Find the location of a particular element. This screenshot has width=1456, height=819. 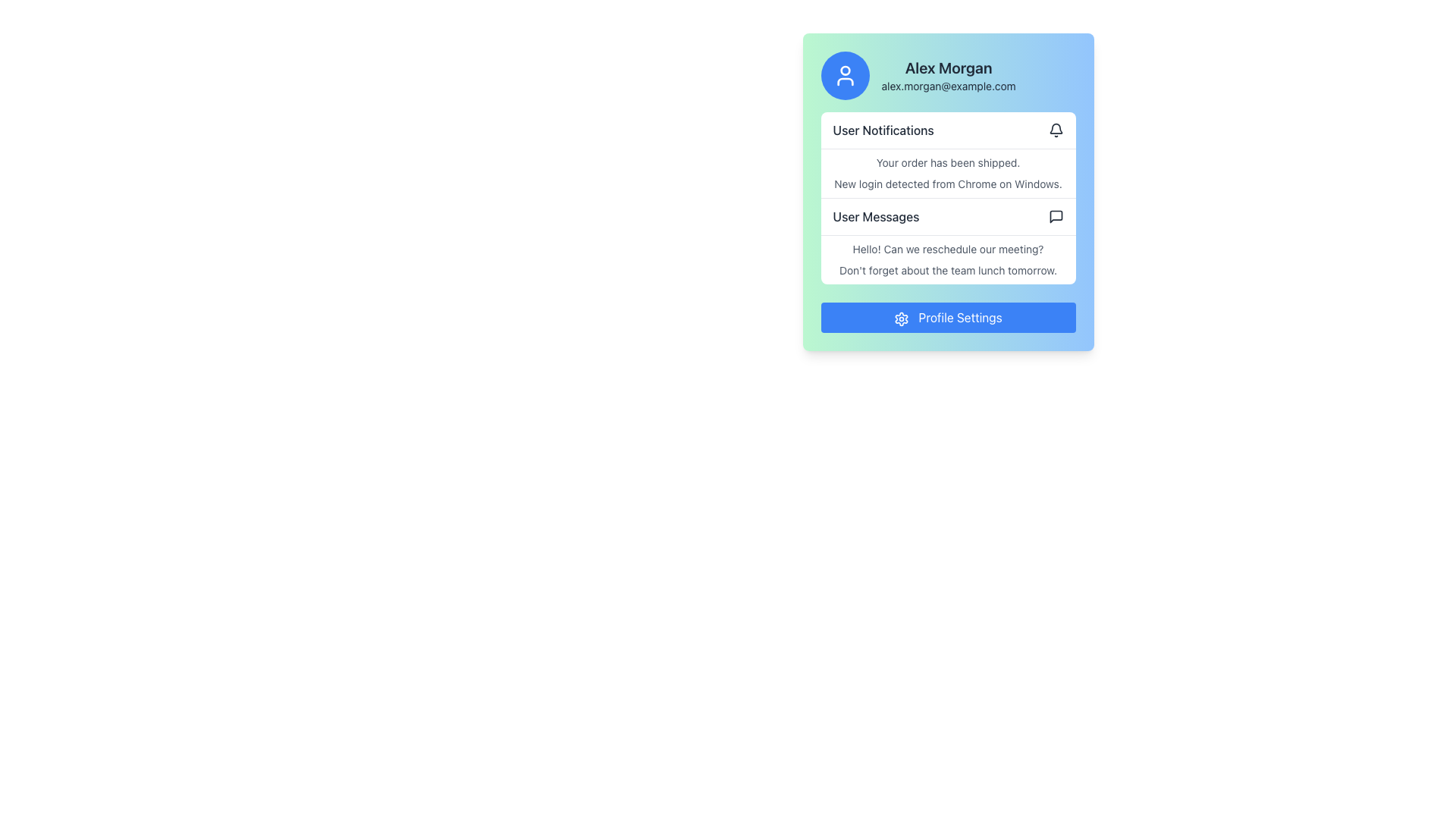

the gear icon located on the left side of the 'Profile Settings' button, which provides access to settings or profile customization options is located at coordinates (902, 318).